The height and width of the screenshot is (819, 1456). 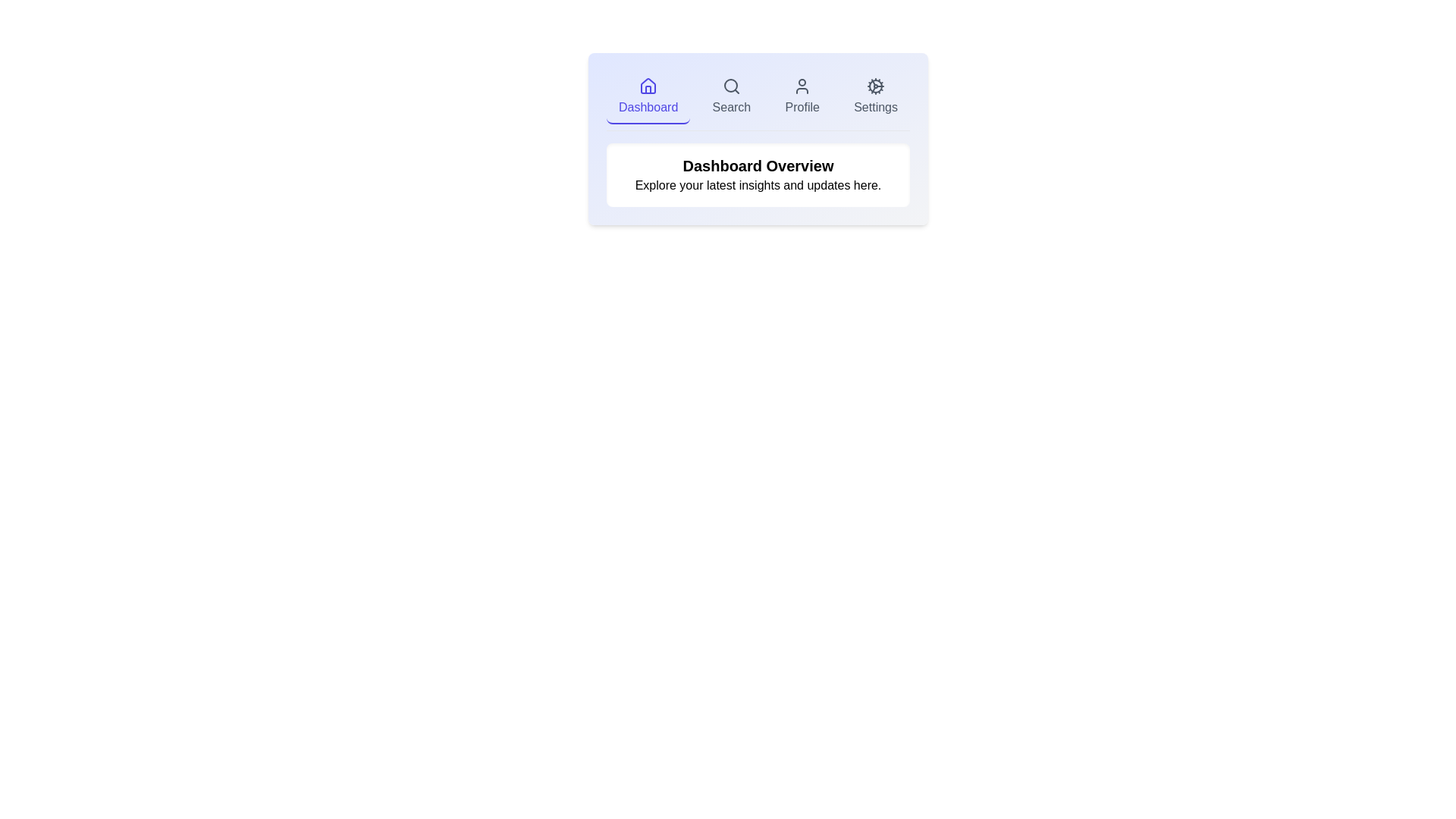 What do you see at coordinates (648, 97) in the screenshot?
I see `the 'Dashboard' button` at bounding box center [648, 97].